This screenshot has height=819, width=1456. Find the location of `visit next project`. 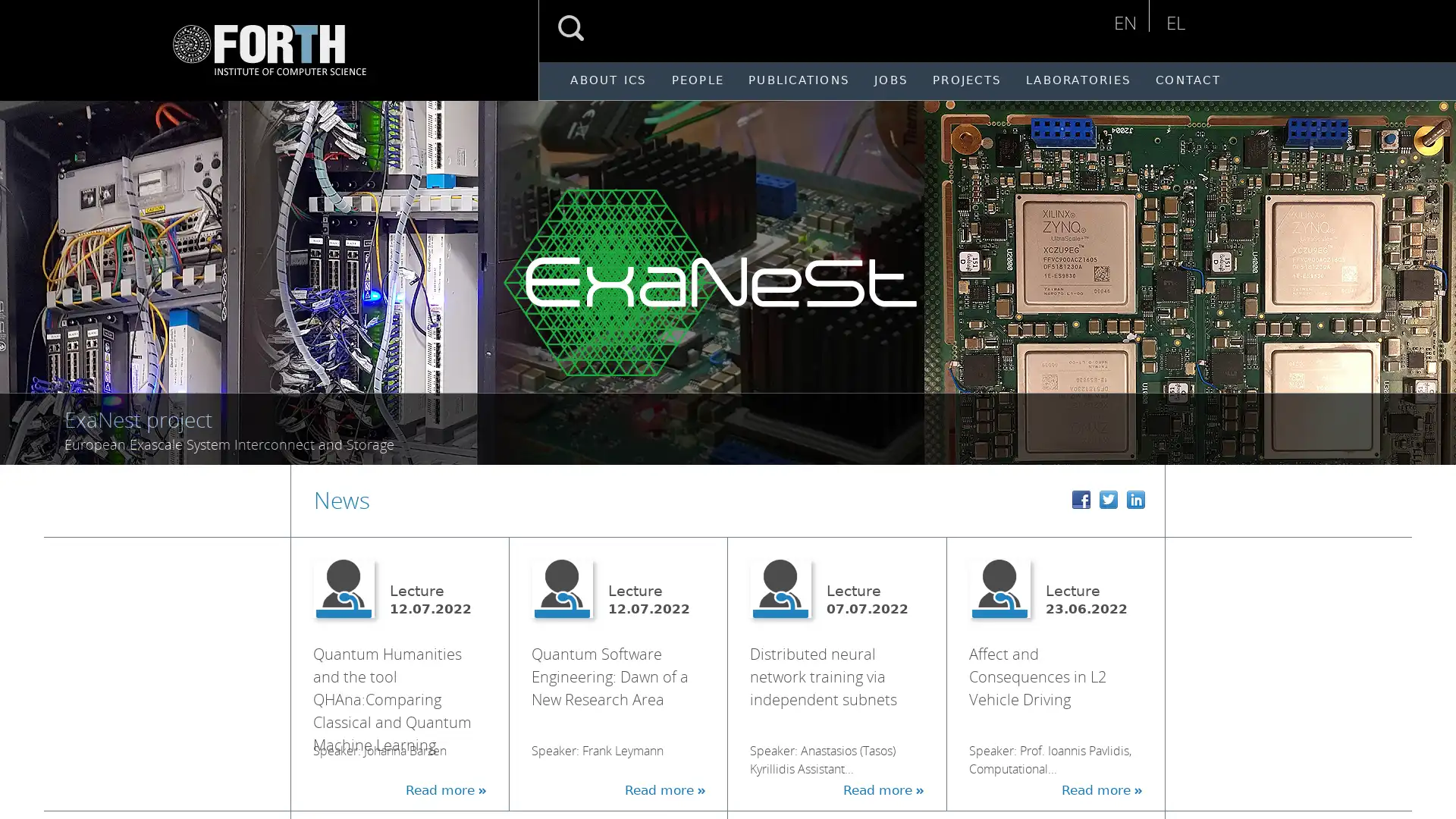

visit next project is located at coordinates (1432, 274).